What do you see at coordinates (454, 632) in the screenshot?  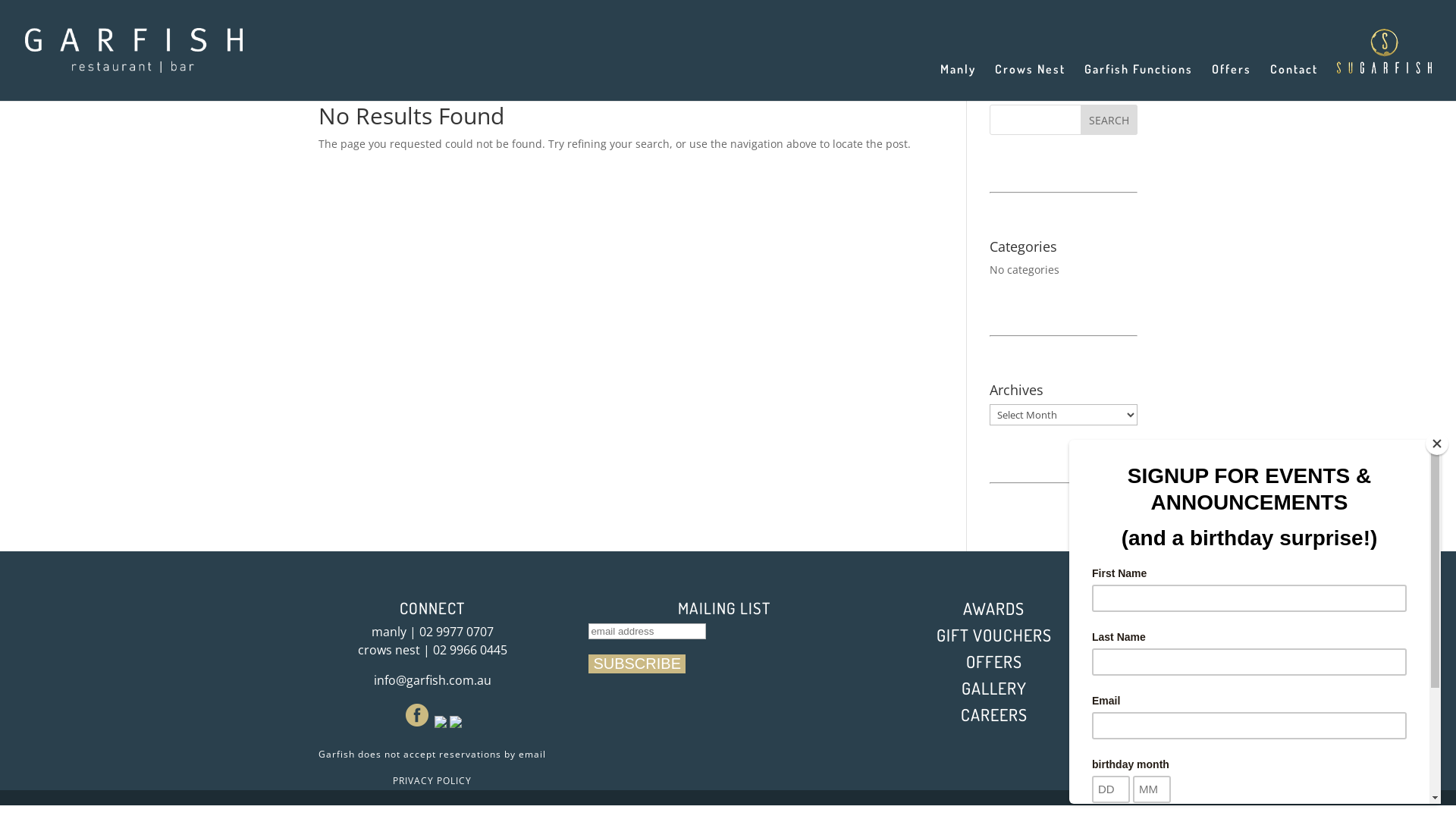 I see `'02 9977 0707'` at bounding box center [454, 632].